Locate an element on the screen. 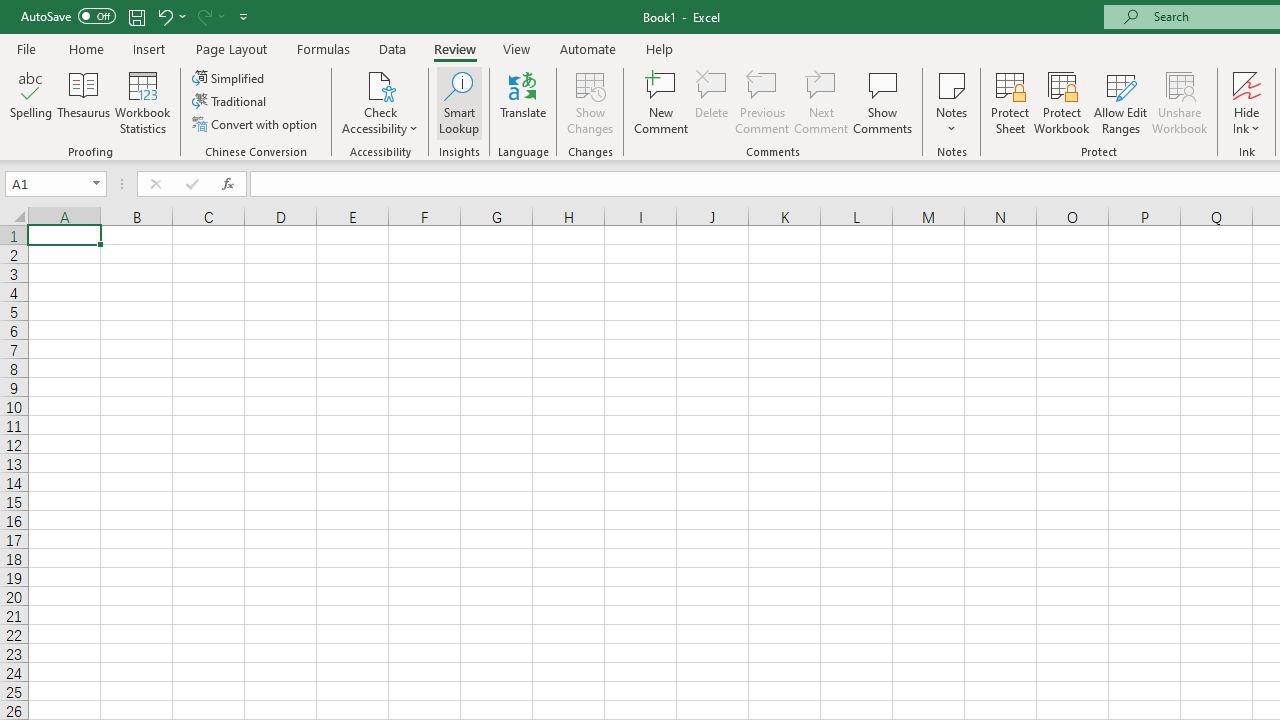 The width and height of the screenshot is (1280, 720). 'Thesaurus...' is located at coordinates (82, 103).